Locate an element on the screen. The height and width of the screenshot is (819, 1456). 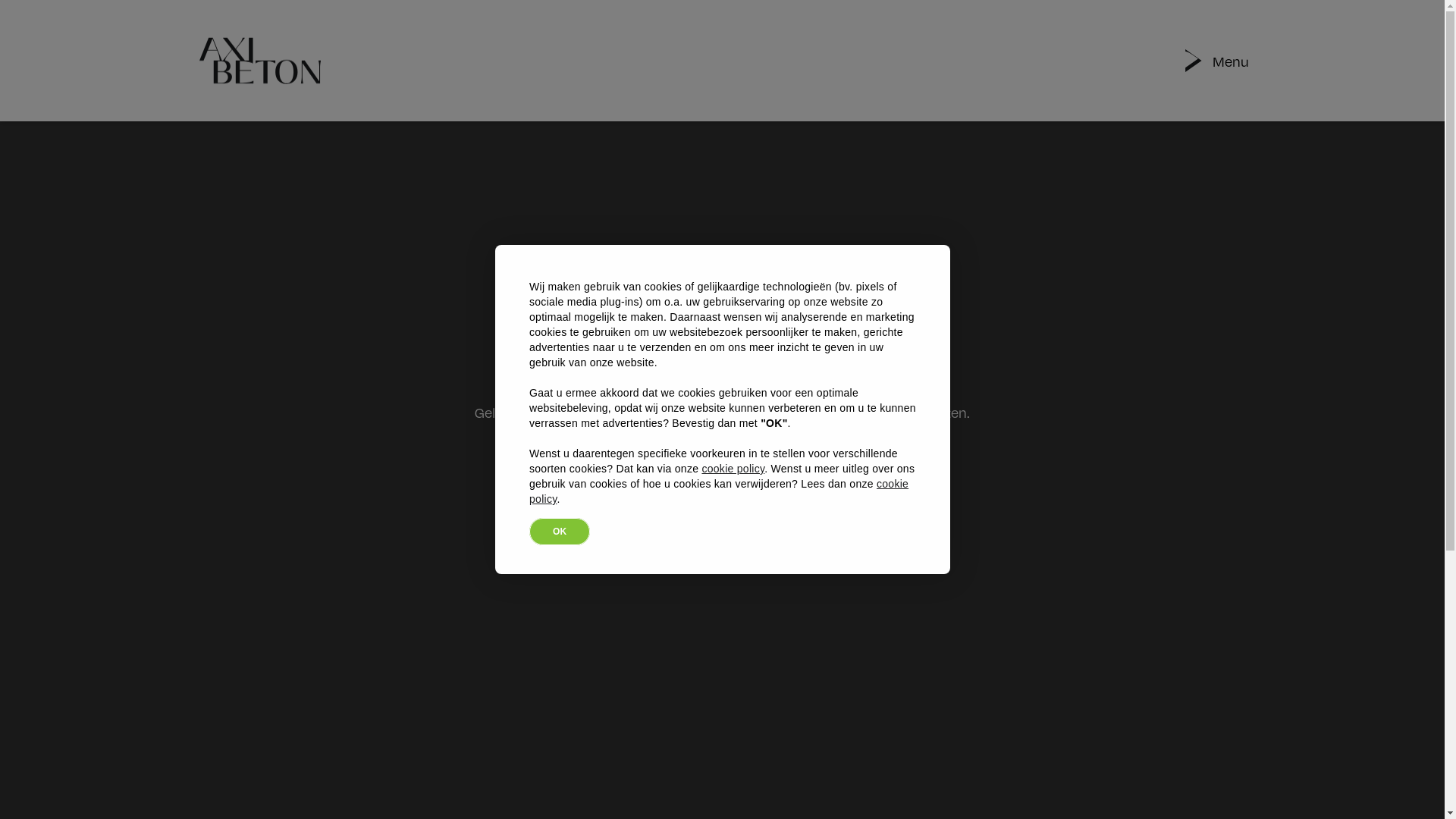
'Menu' is located at coordinates (1230, 59).